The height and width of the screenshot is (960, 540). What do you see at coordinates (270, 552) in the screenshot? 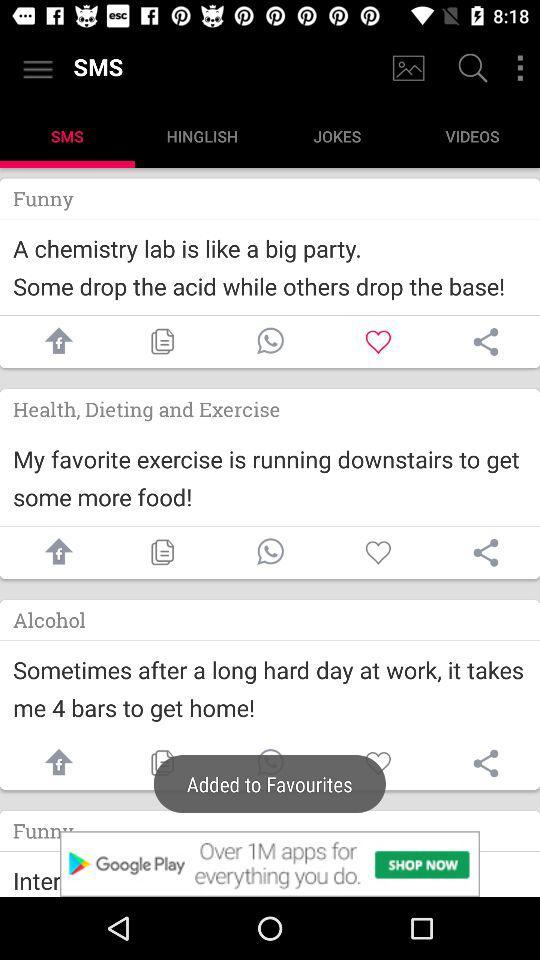
I see `call them` at bounding box center [270, 552].